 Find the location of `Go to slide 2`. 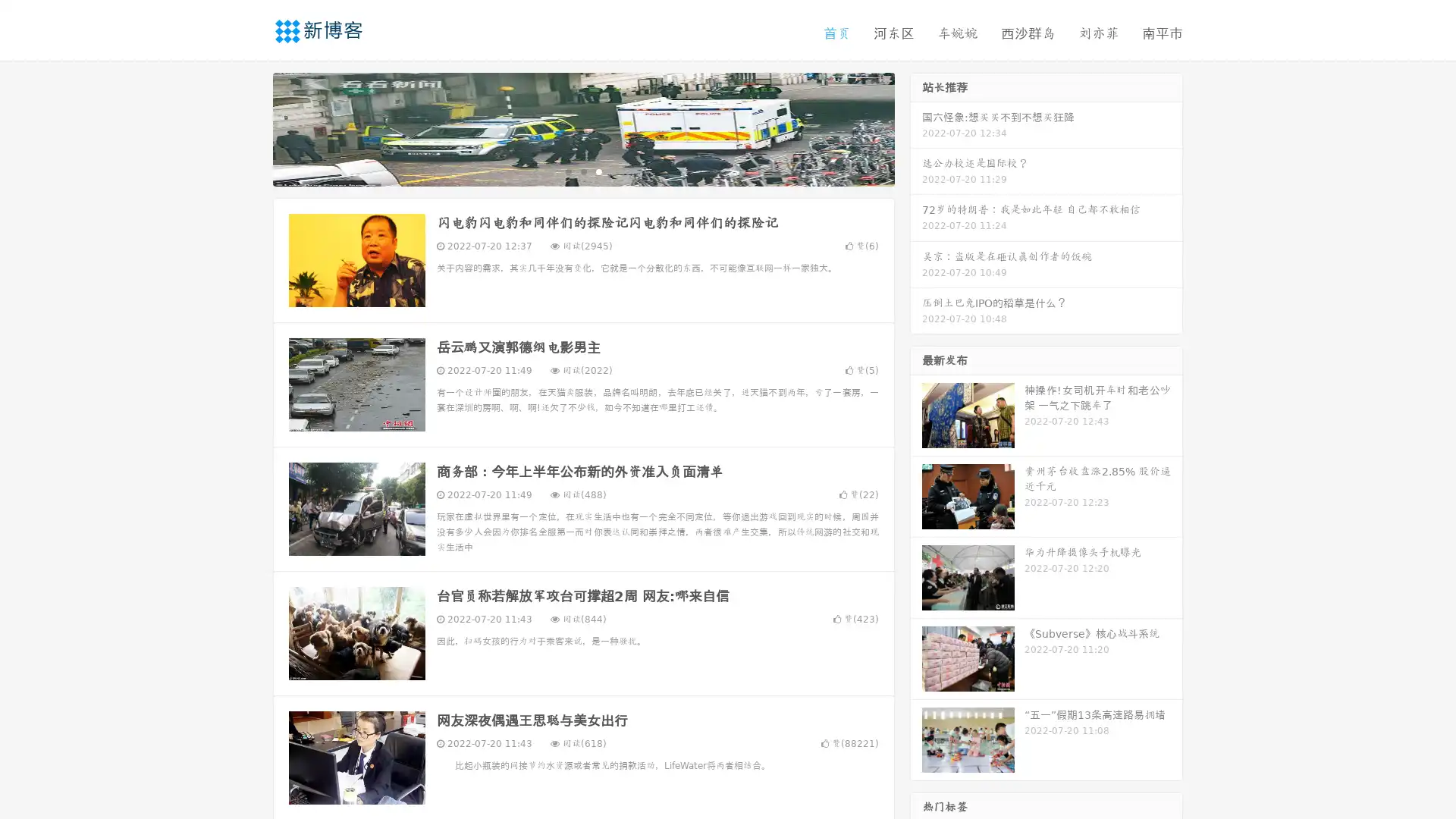

Go to slide 2 is located at coordinates (582, 171).